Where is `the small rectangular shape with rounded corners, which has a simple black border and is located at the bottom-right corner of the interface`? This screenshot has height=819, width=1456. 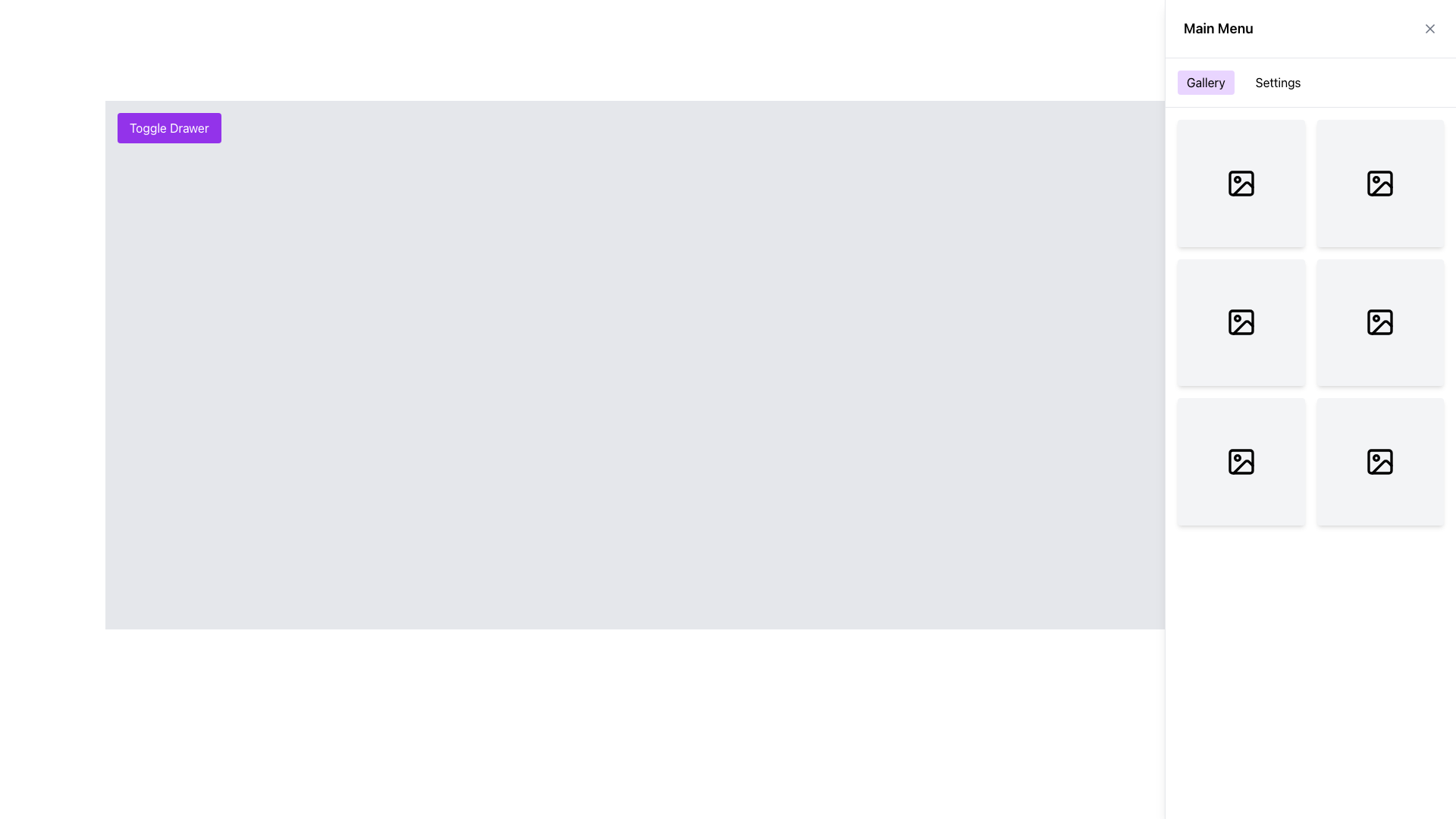
the small rectangular shape with rounded corners, which has a simple black border and is located at the bottom-right corner of the interface is located at coordinates (1380, 460).